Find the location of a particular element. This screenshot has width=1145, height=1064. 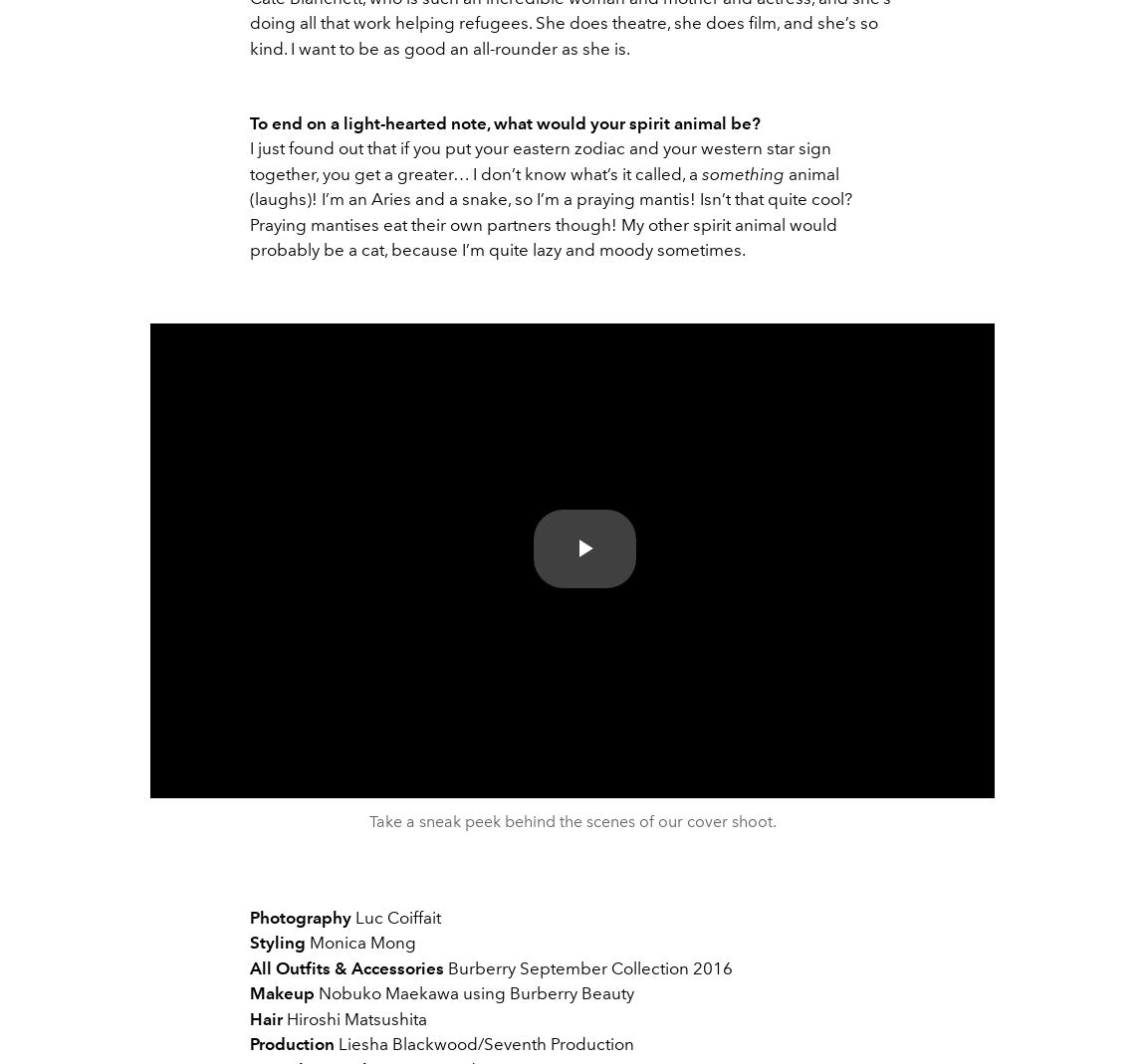

'Nobuko Maekawa using Burberry Beauty' is located at coordinates (315, 993).